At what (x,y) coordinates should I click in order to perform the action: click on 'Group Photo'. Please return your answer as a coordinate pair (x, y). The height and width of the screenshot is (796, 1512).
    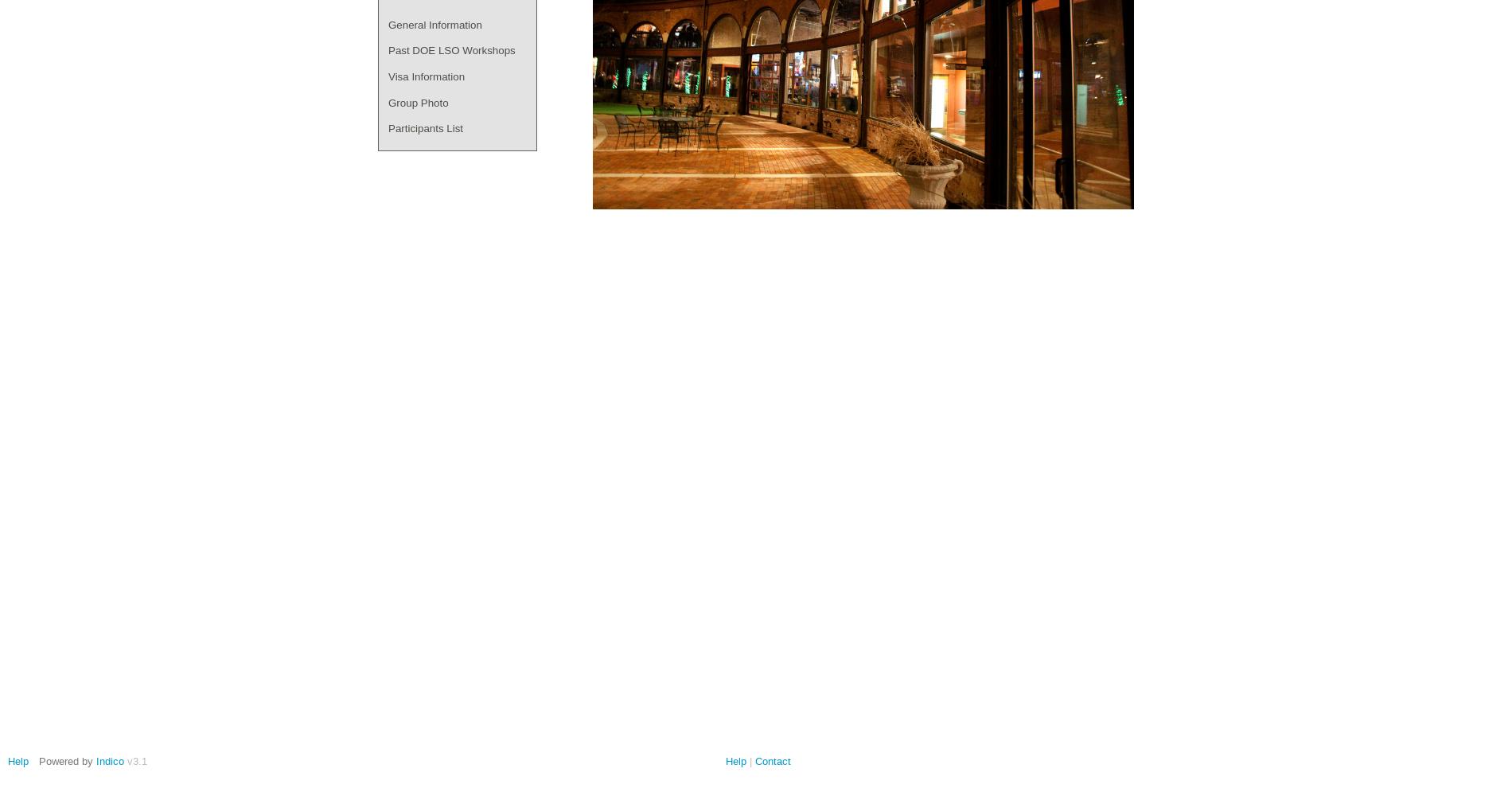
    Looking at the image, I should click on (418, 102).